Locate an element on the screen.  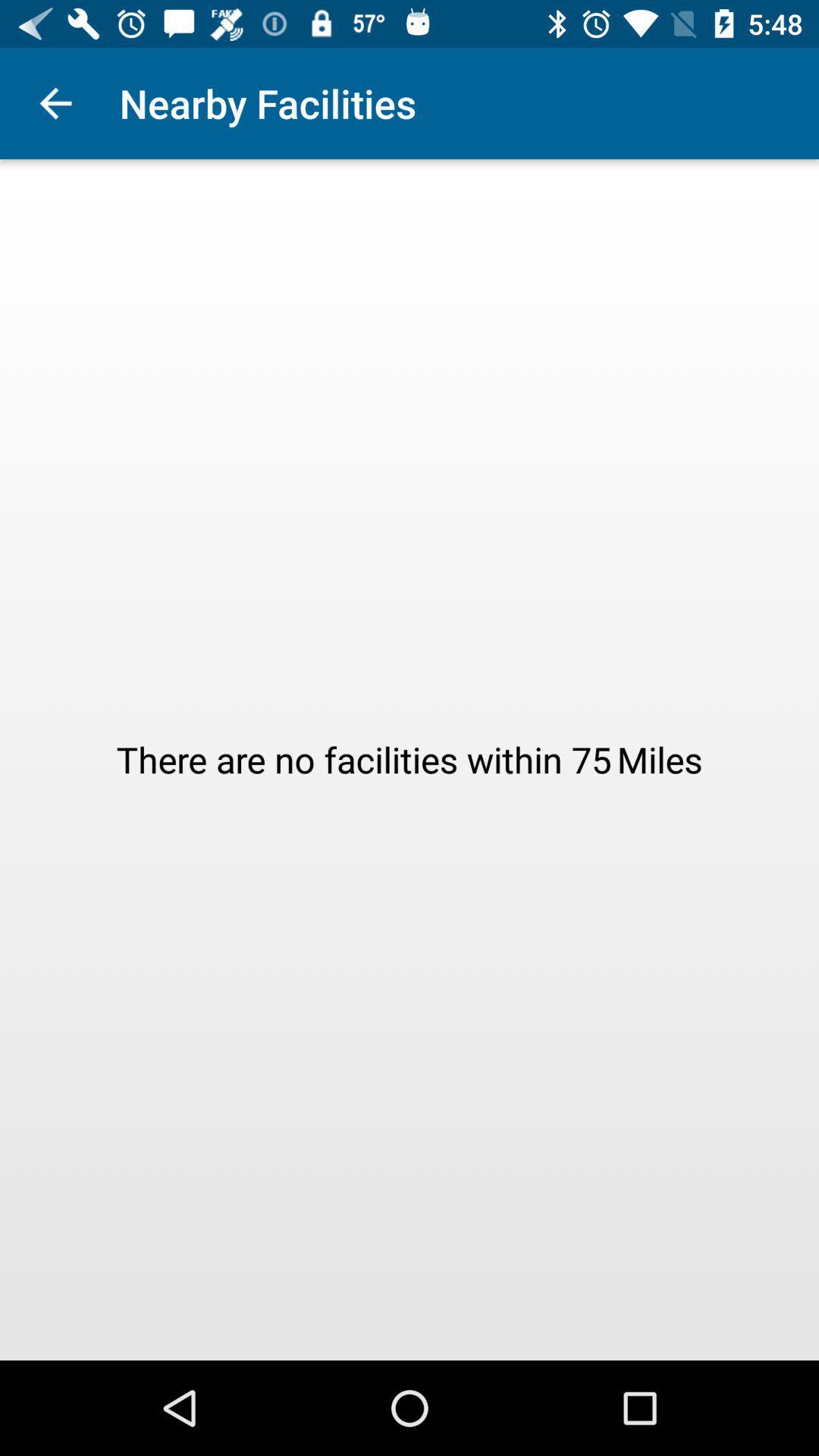
the app to the left of the nearby facilities icon is located at coordinates (55, 102).